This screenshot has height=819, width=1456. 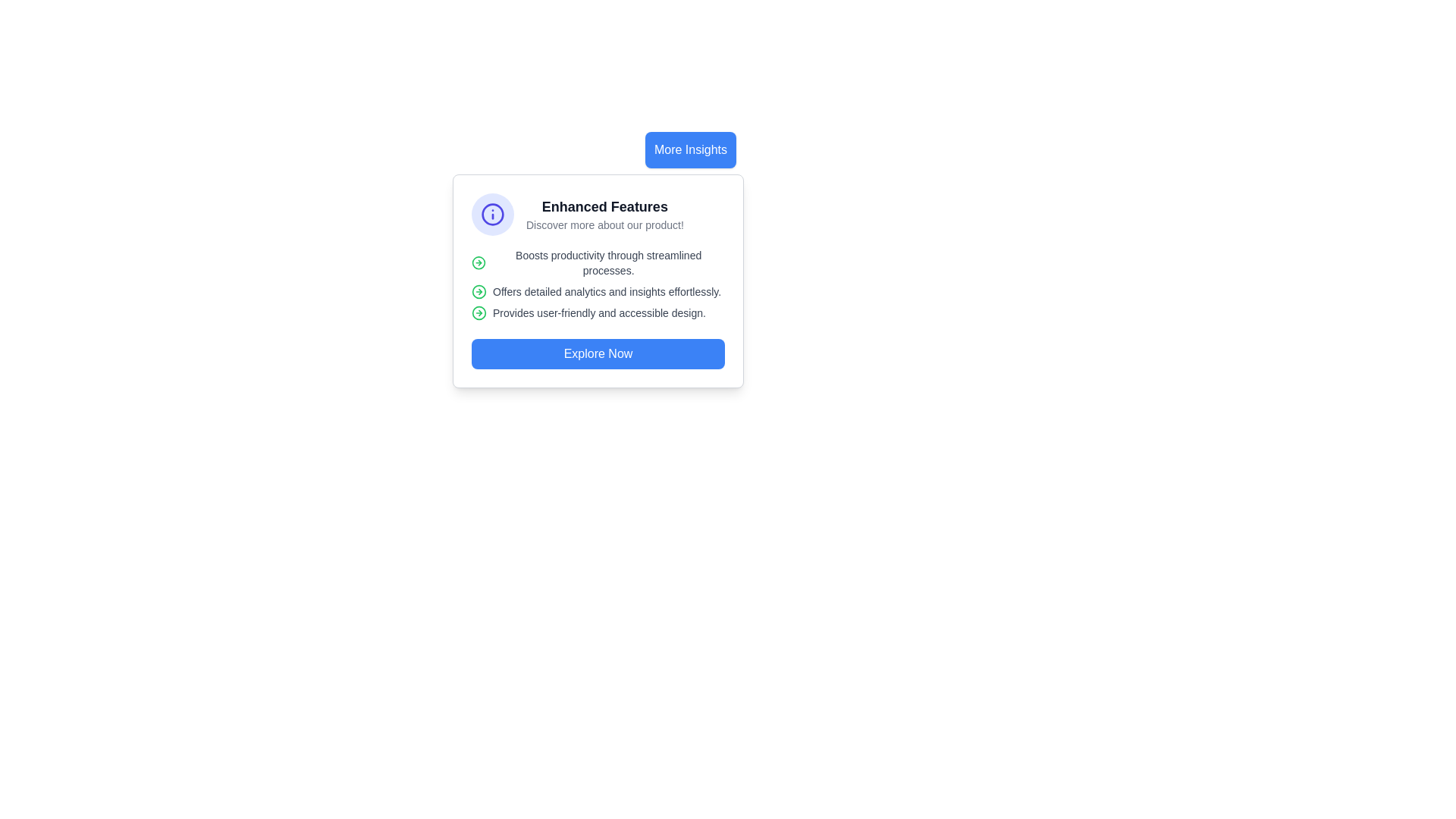 What do you see at coordinates (597, 262) in the screenshot?
I see `informational text element that features a green icon and the text 'Boosts productivity through streamlined processes.' It is the first item in a vertical list within a card layout` at bounding box center [597, 262].